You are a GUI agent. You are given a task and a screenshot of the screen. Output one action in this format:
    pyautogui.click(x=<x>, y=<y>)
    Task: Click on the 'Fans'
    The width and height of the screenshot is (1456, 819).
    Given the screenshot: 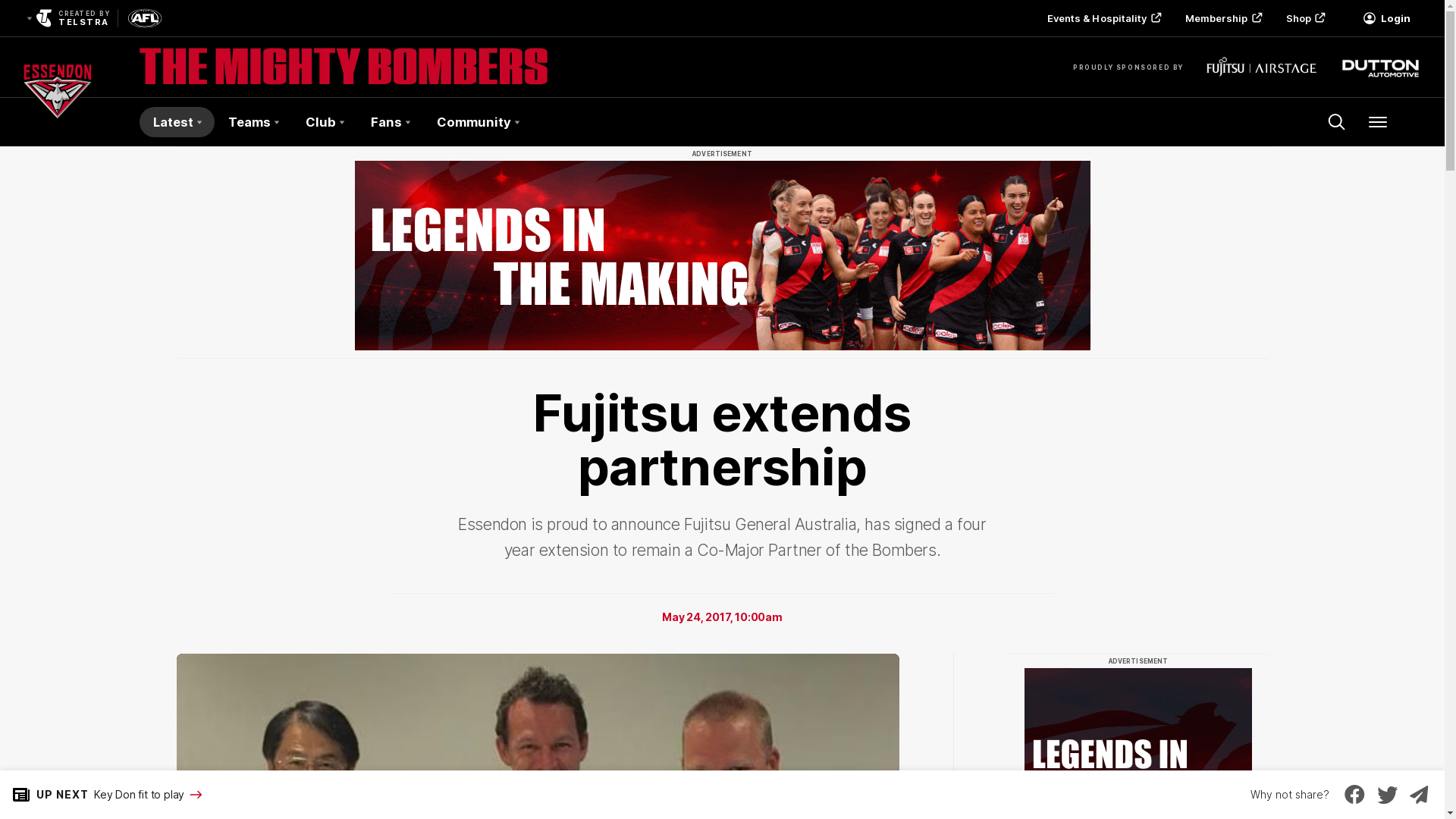 What is the action you would take?
    pyautogui.click(x=356, y=121)
    